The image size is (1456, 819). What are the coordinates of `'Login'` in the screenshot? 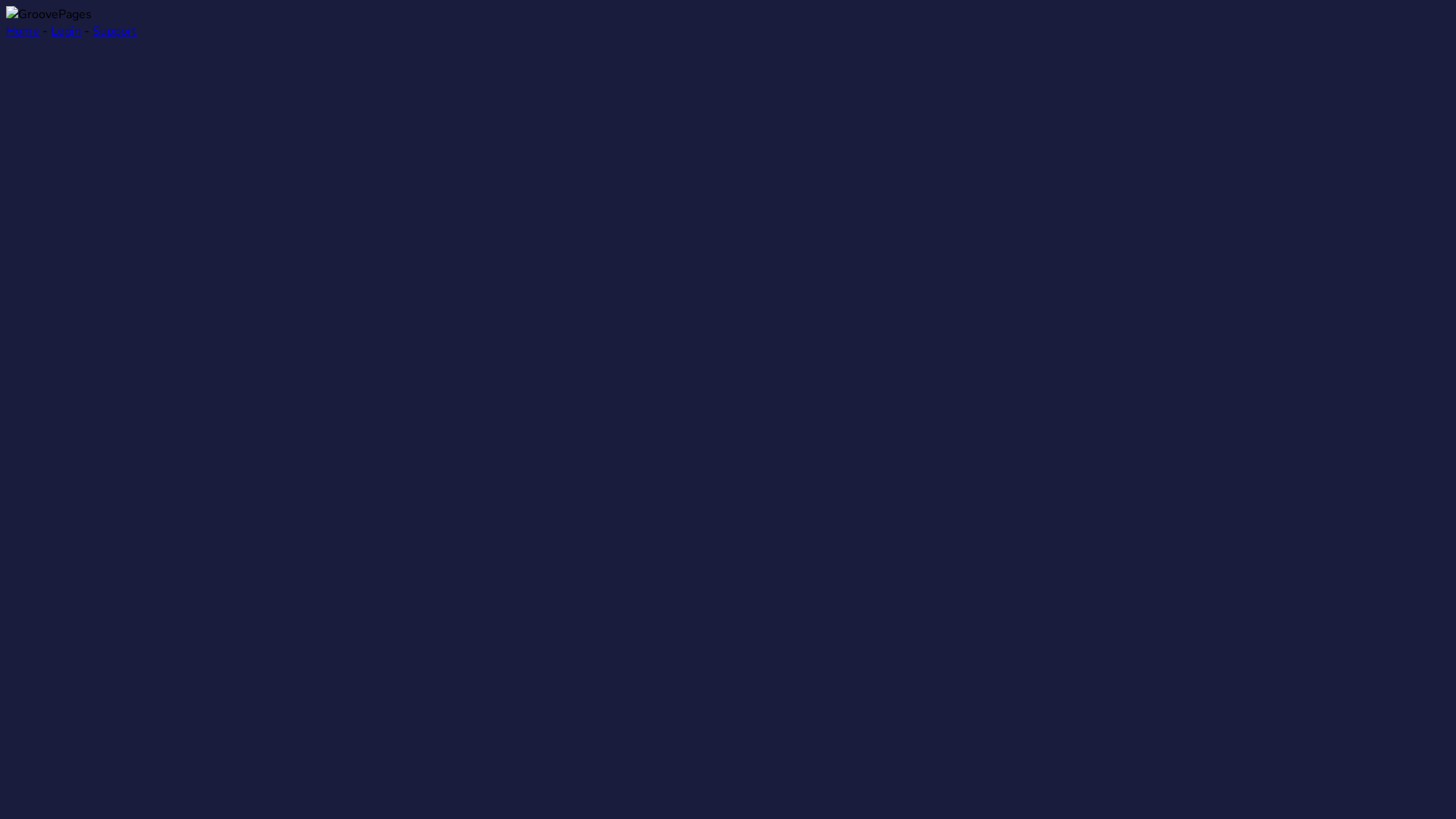 It's located at (51, 31).